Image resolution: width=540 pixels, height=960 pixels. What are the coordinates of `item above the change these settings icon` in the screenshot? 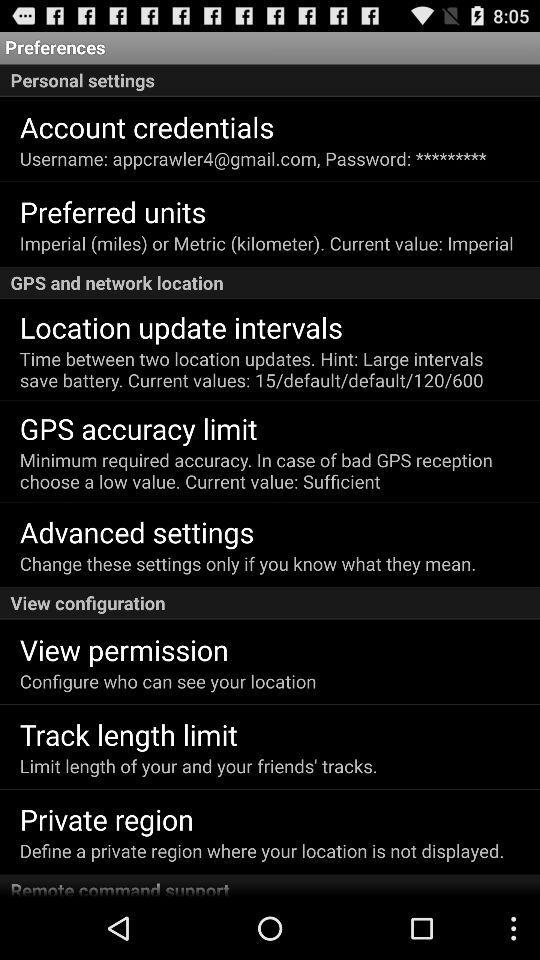 It's located at (136, 530).